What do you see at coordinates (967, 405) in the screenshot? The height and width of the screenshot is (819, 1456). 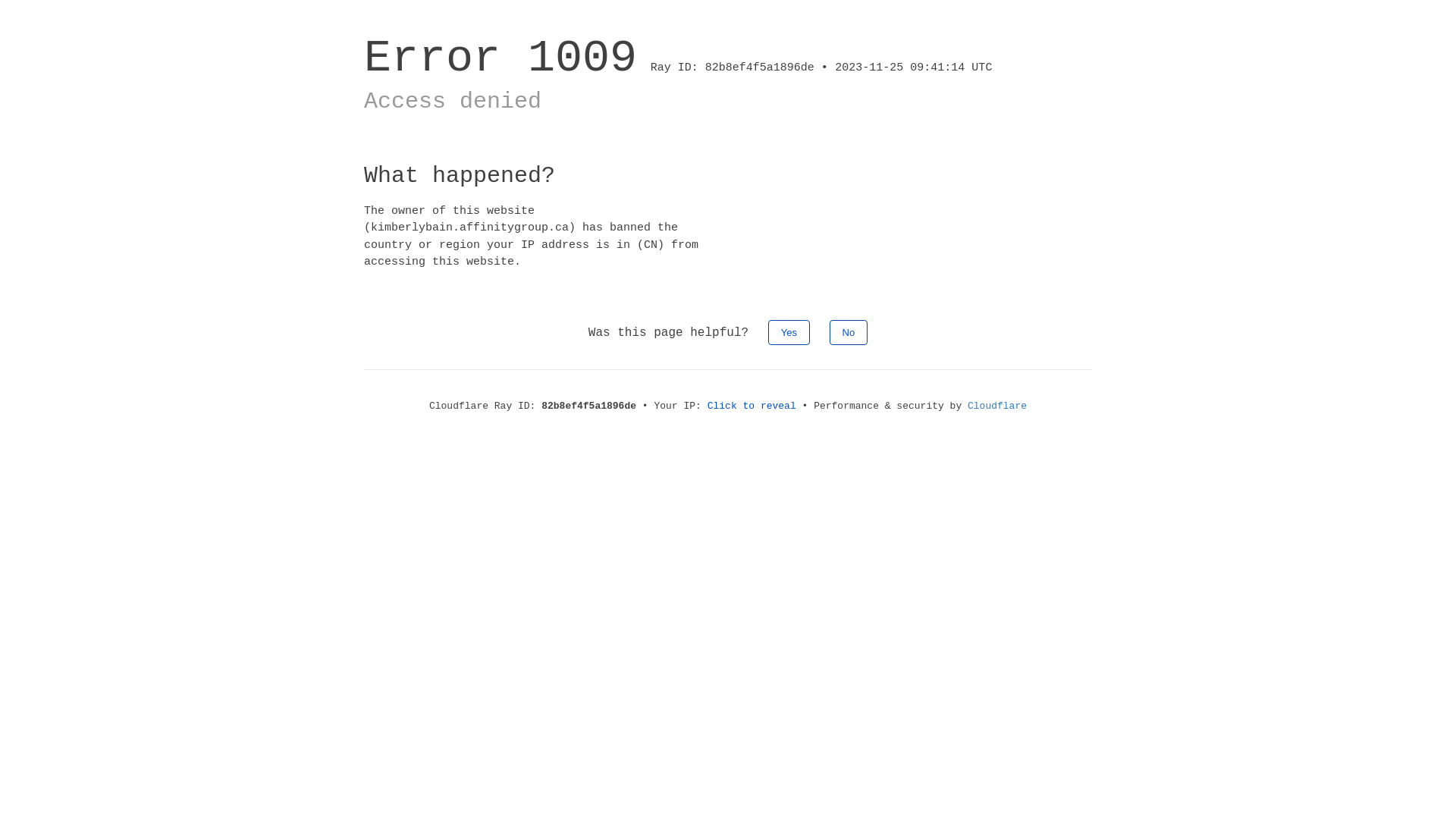 I see `'Cloudflare'` at bounding box center [967, 405].